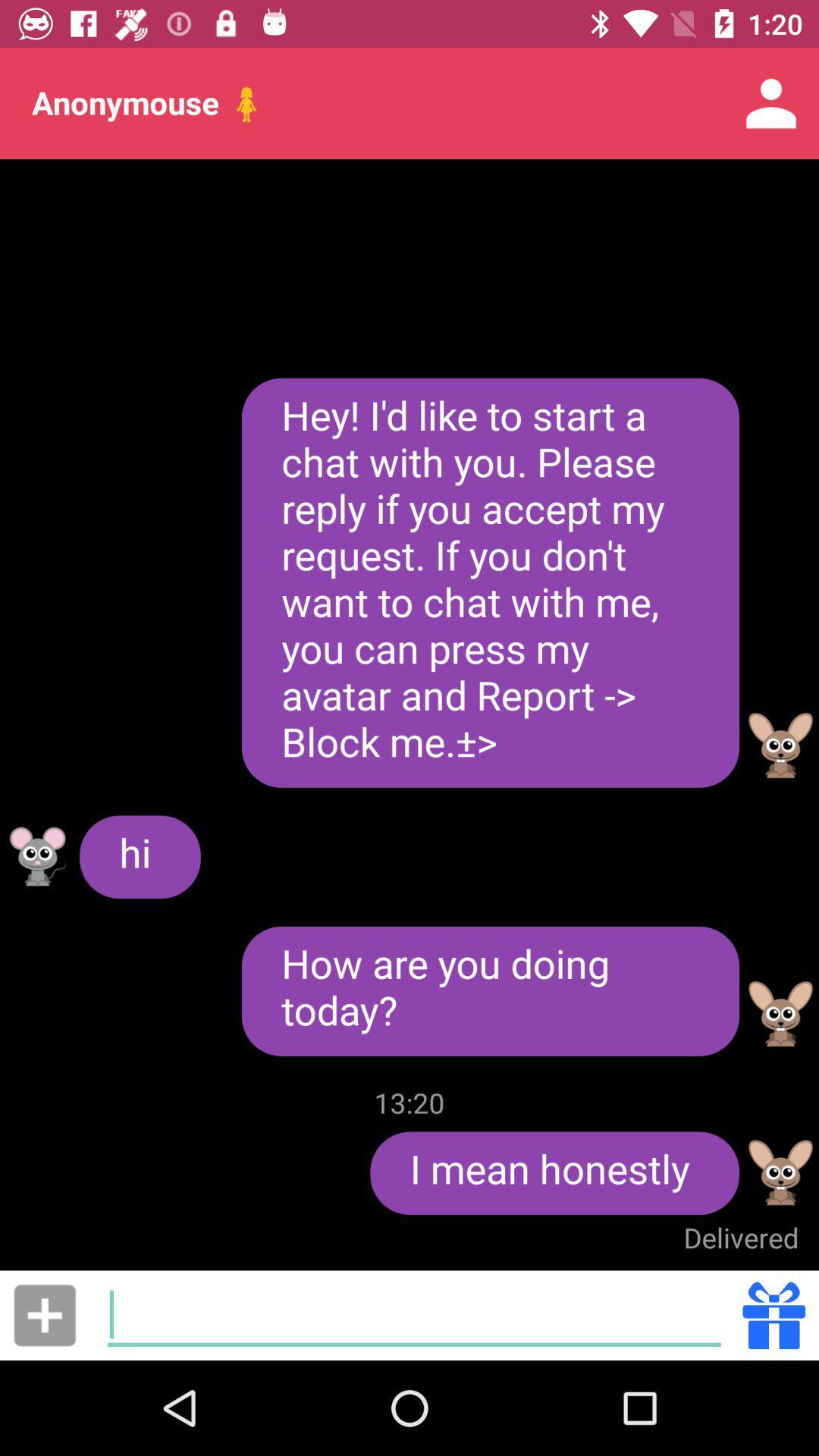  What do you see at coordinates (780, 1172) in the screenshot?
I see `profile avatar` at bounding box center [780, 1172].